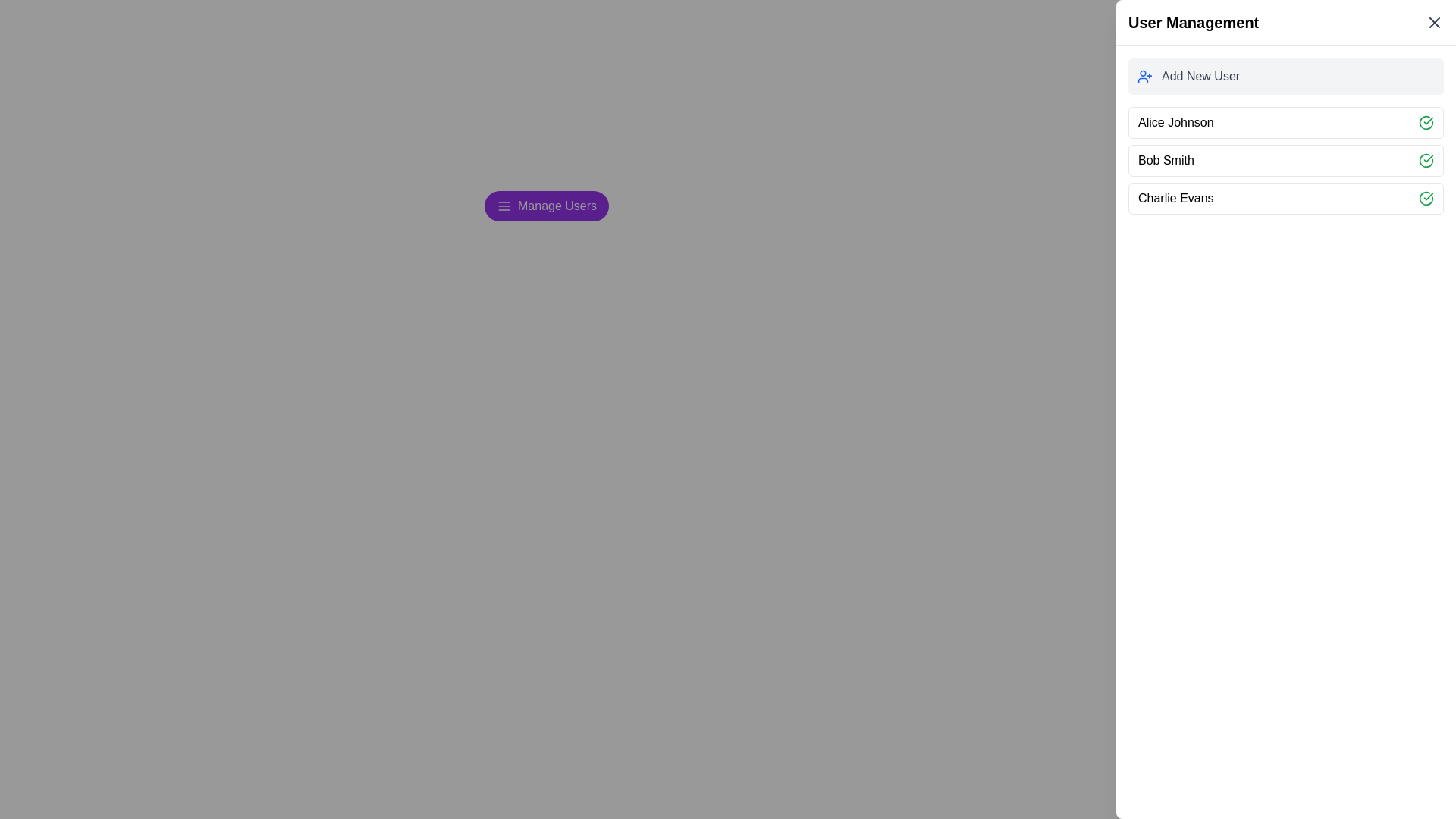  I want to click on the green checkmark icon located at the rightmost position of the row containing the text 'Charlie Evans', so click(1426, 198).